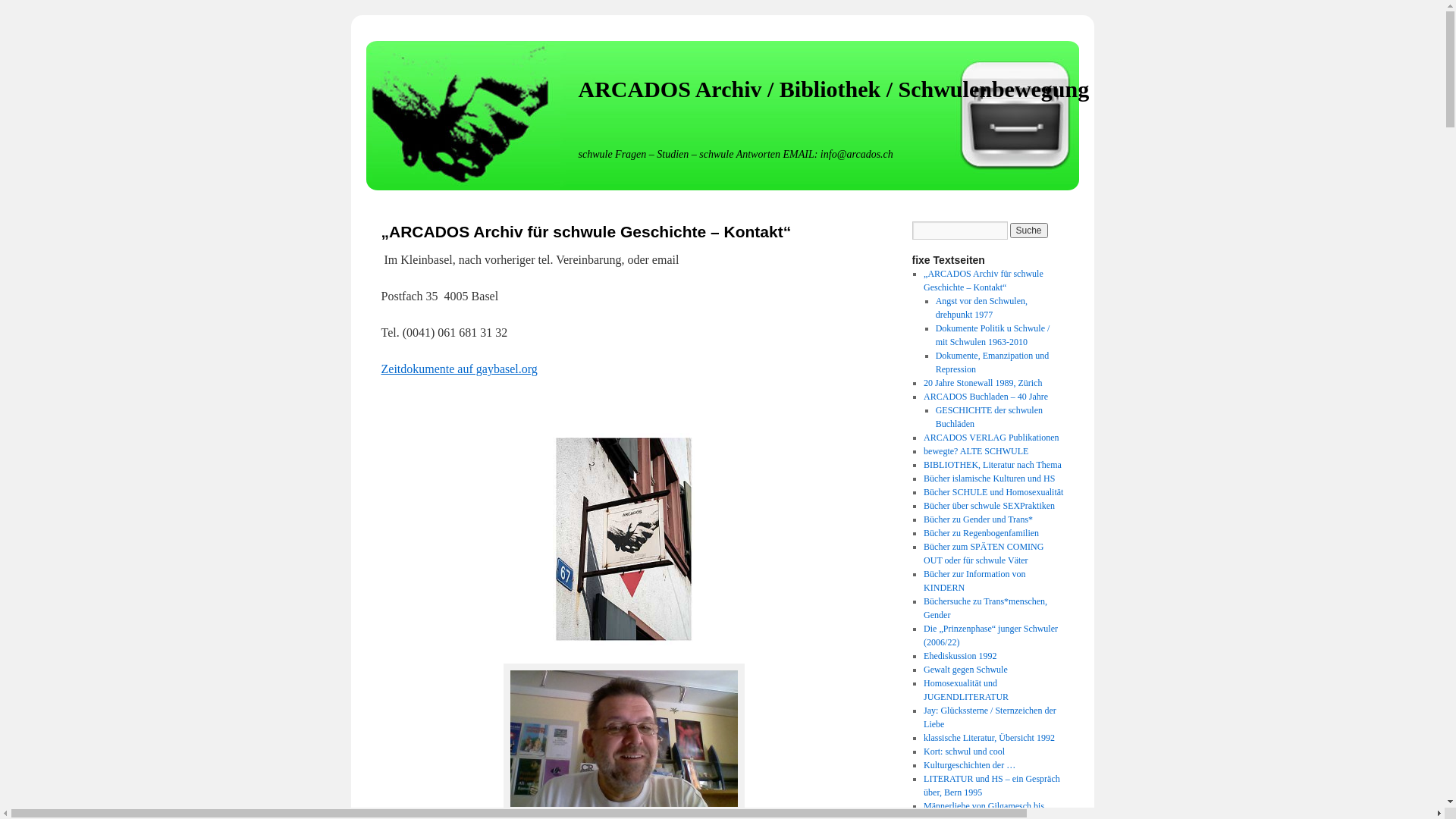  Describe the element at coordinates (457, 369) in the screenshot. I see `'Zeitdokumente auf gaybasel.org'` at that location.